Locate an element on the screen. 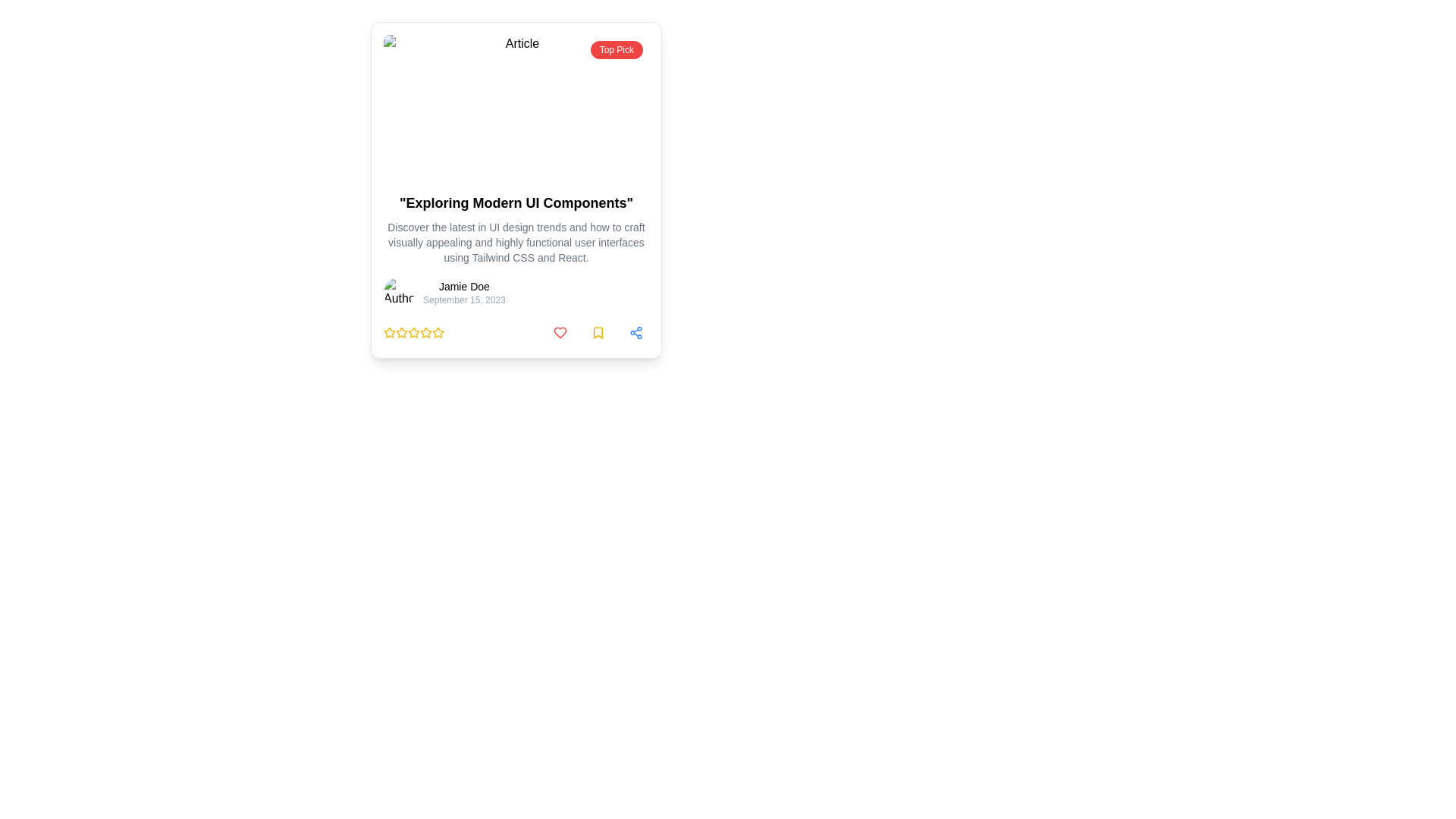 The height and width of the screenshot is (819, 1456). text label displaying the date 'September 15, 2023', located below 'Jamie Doe', to retrieve additional metadata is located at coordinates (463, 300).